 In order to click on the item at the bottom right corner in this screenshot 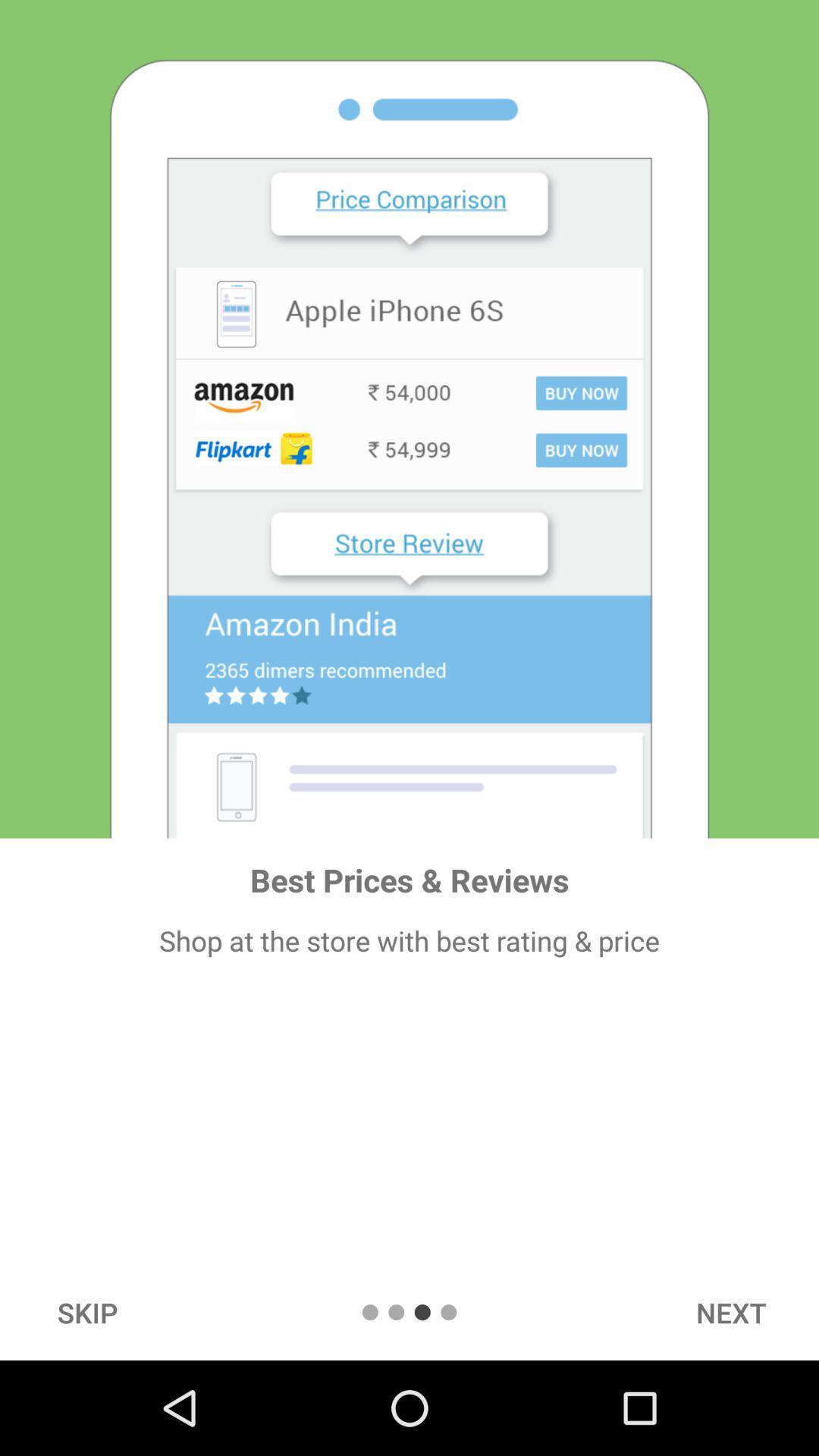, I will do `click(730, 1312)`.